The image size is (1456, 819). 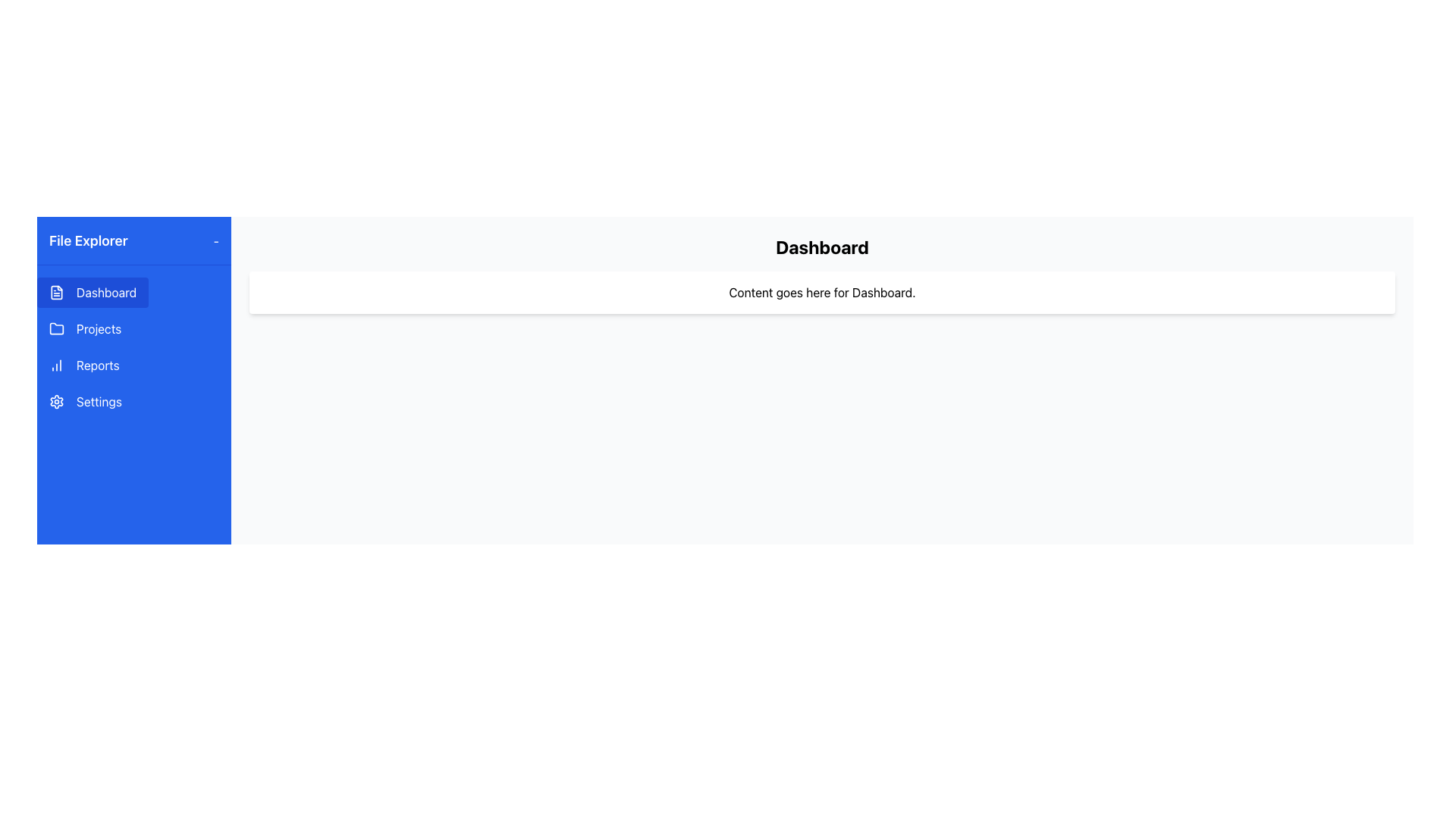 What do you see at coordinates (57, 400) in the screenshot?
I see `the 'Settings' icon in the navigational menu, which is represented by a gear shape` at bounding box center [57, 400].